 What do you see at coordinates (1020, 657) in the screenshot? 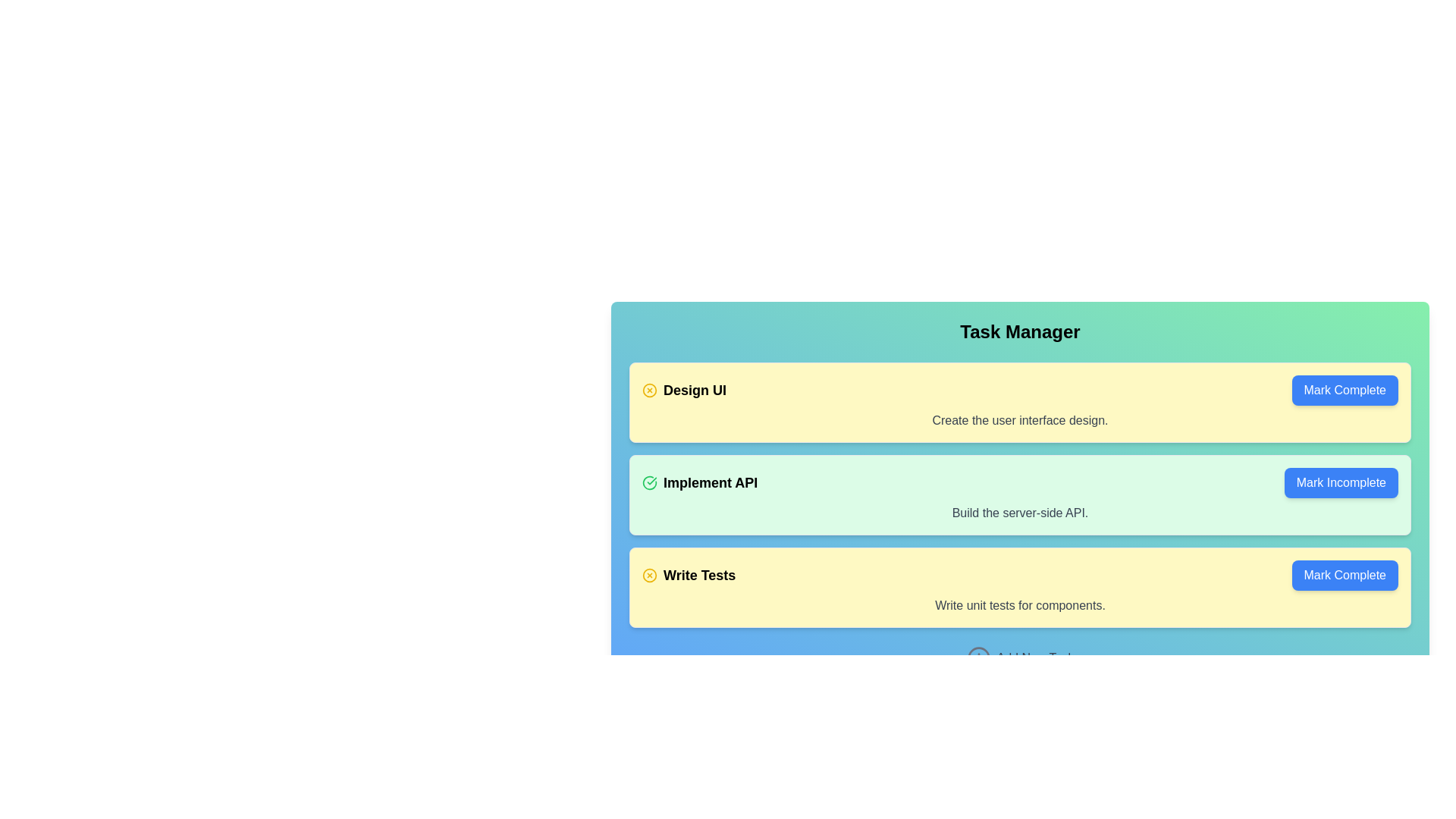
I see `the 'Add New Task' button, which features a centered icon with a plus sign and text` at bounding box center [1020, 657].